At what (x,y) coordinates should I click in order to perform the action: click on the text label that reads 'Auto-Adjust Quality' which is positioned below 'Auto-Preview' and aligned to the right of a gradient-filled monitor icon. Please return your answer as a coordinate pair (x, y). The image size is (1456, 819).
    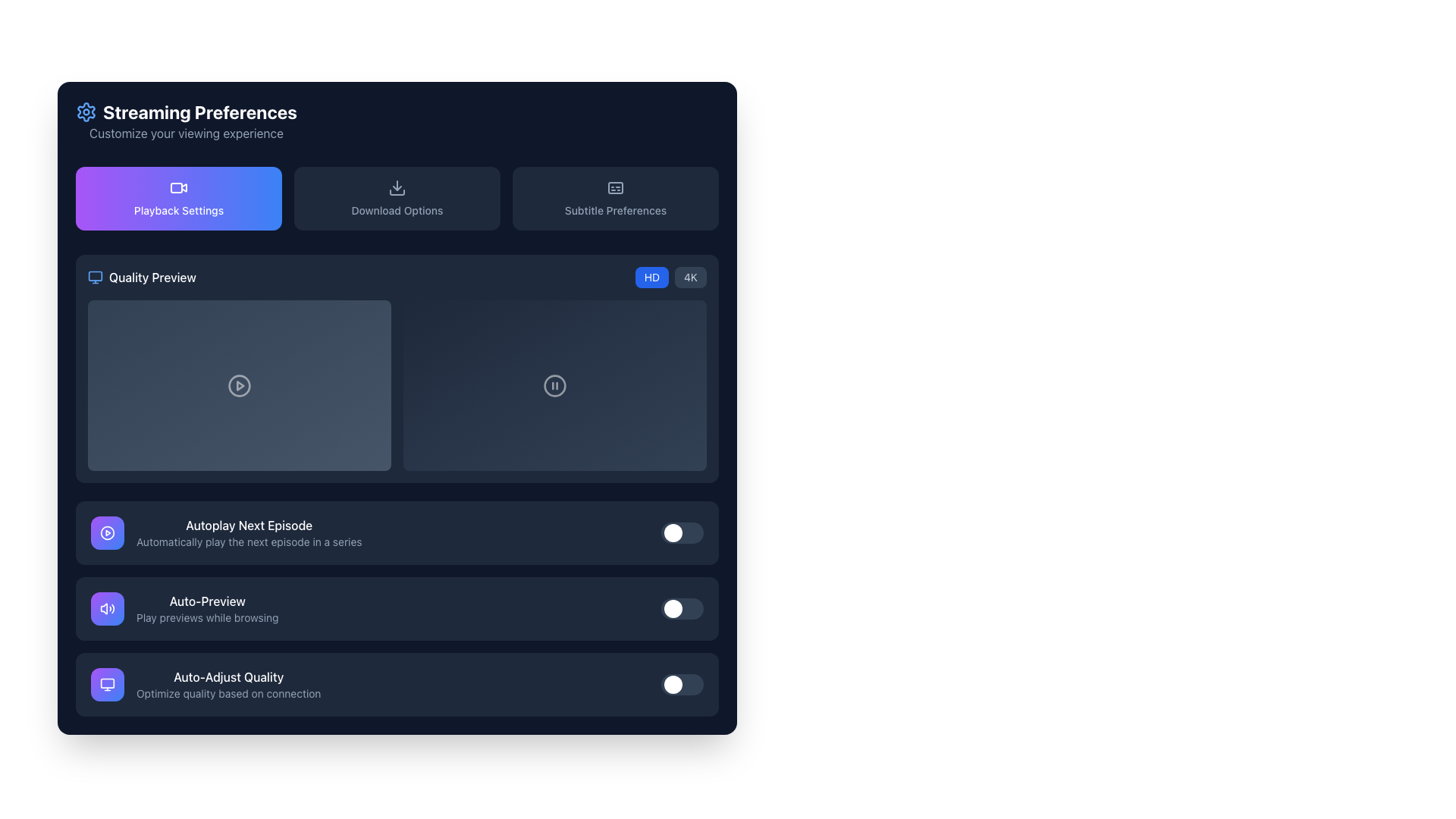
    Looking at the image, I should click on (227, 684).